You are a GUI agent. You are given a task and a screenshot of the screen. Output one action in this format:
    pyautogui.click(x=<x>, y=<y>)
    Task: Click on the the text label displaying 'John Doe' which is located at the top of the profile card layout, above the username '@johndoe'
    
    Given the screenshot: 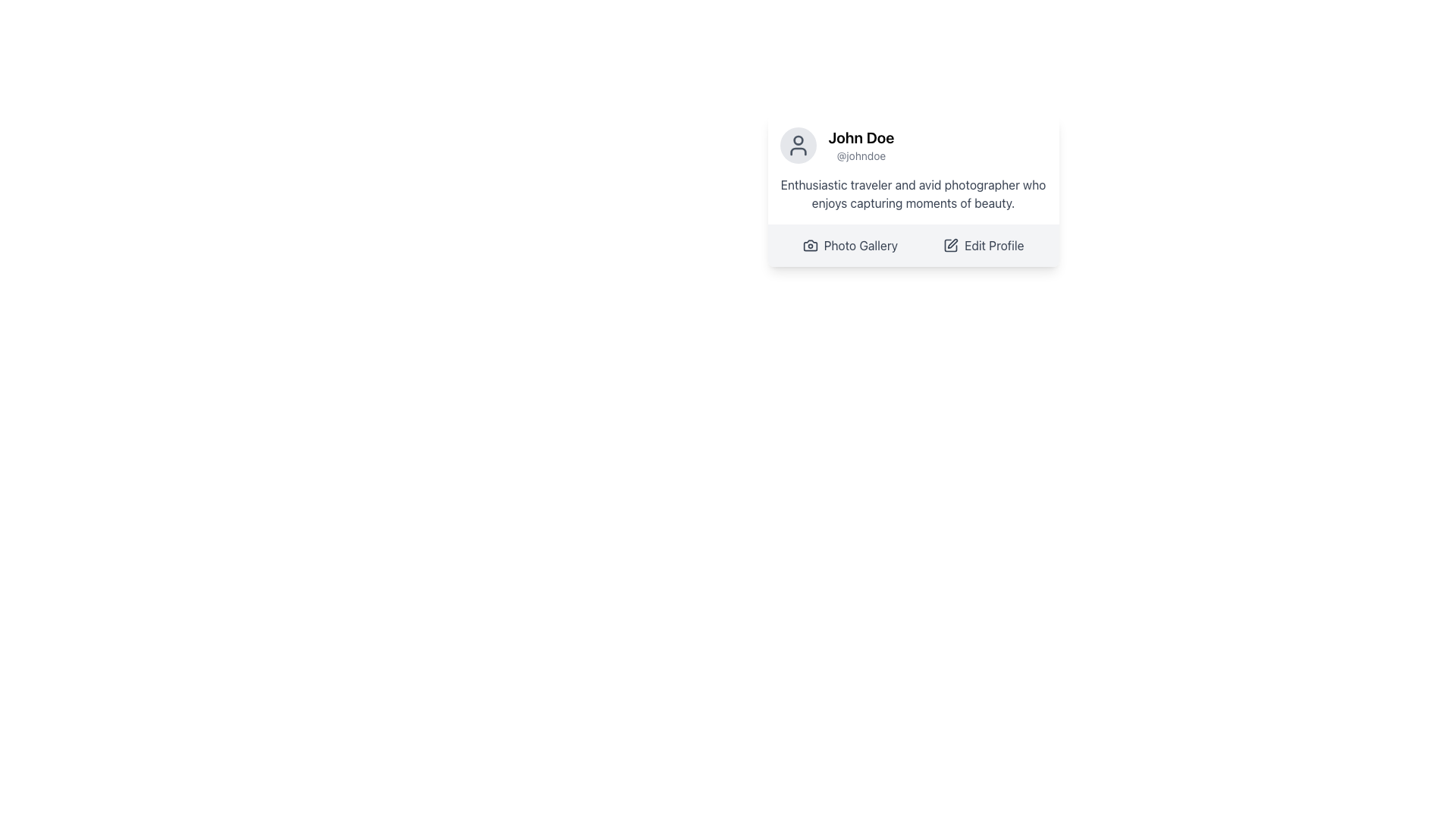 What is the action you would take?
    pyautogui.click(x=861, y=137)
    